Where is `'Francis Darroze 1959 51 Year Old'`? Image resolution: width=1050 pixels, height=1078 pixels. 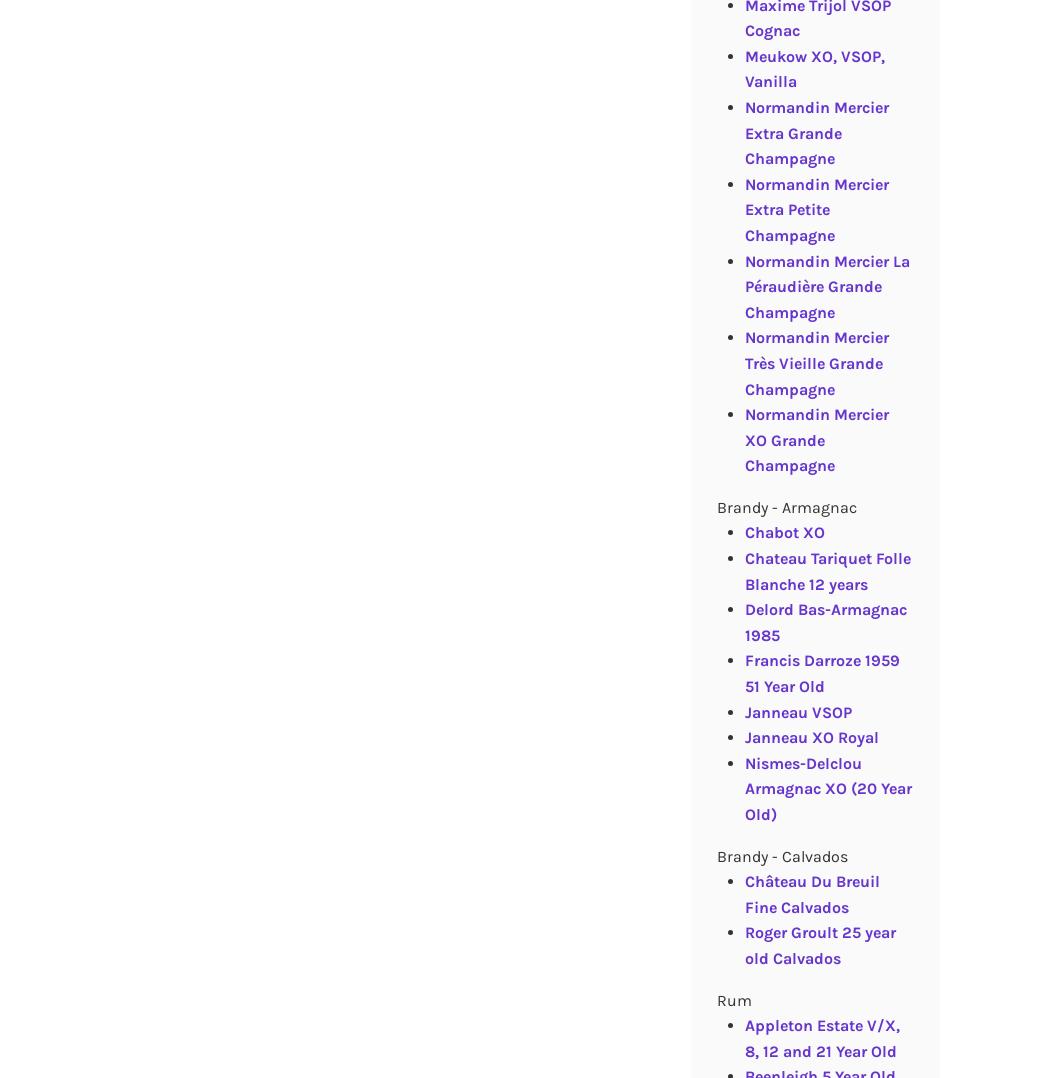
'Francis Darroze 1959 51 Year Old' is located at coordinates (820, 673).